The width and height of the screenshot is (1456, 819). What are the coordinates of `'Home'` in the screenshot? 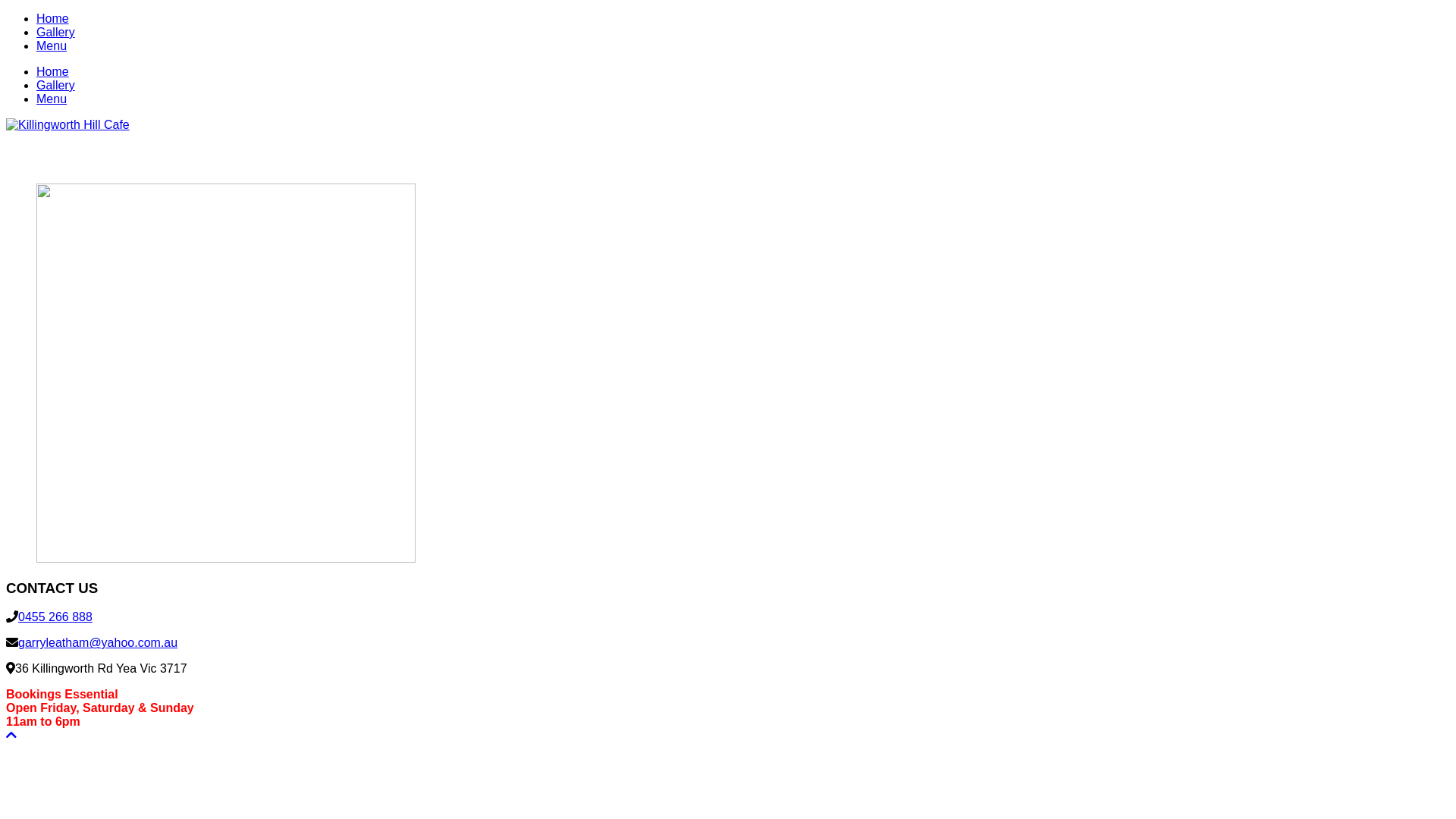 It's located at (52, 18).